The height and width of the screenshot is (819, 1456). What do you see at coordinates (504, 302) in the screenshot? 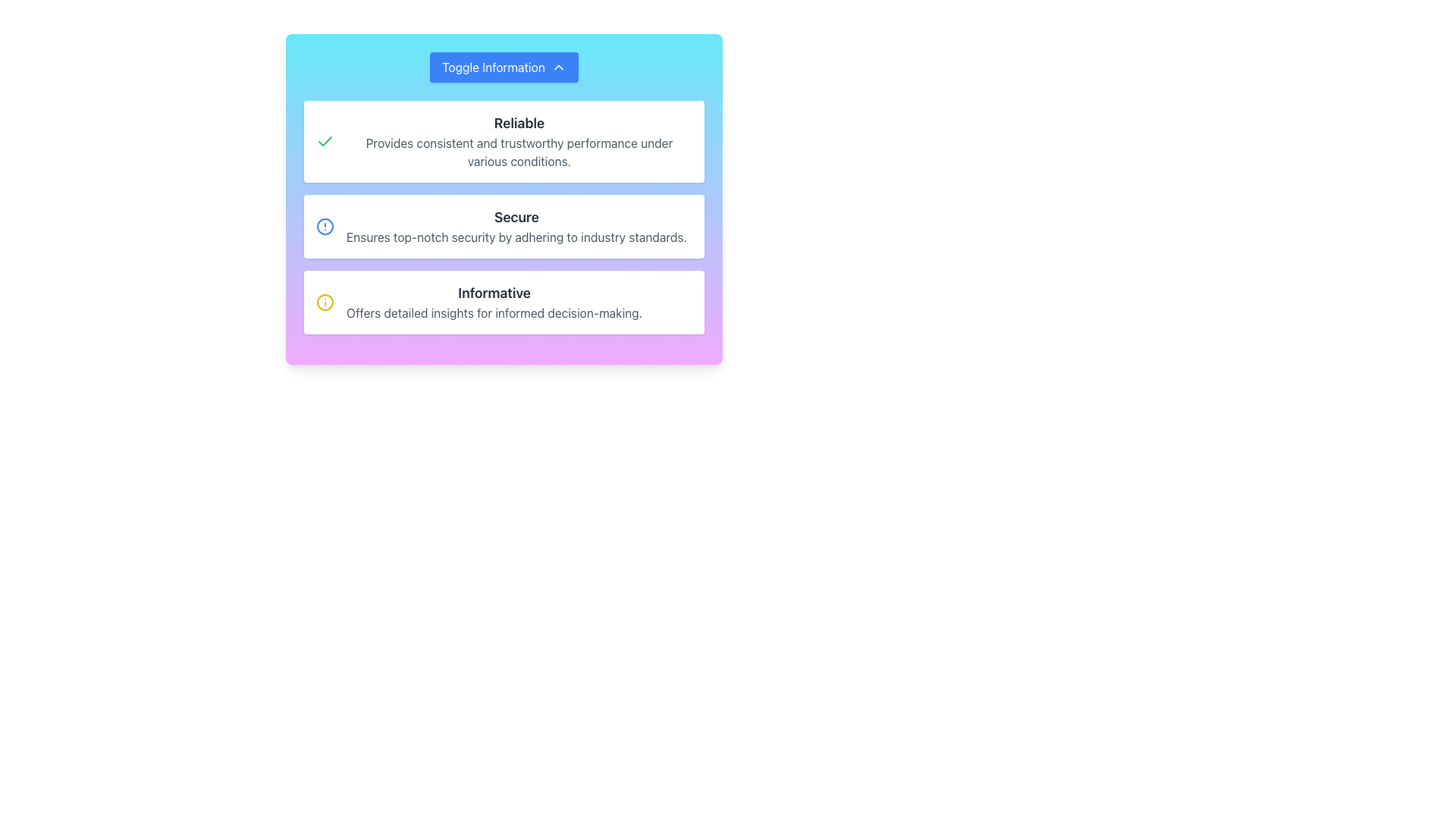
I see `the Information card, which is the third entry in a vertically stacked list located below the 'Secure' card` at bounding box center [504, 302].